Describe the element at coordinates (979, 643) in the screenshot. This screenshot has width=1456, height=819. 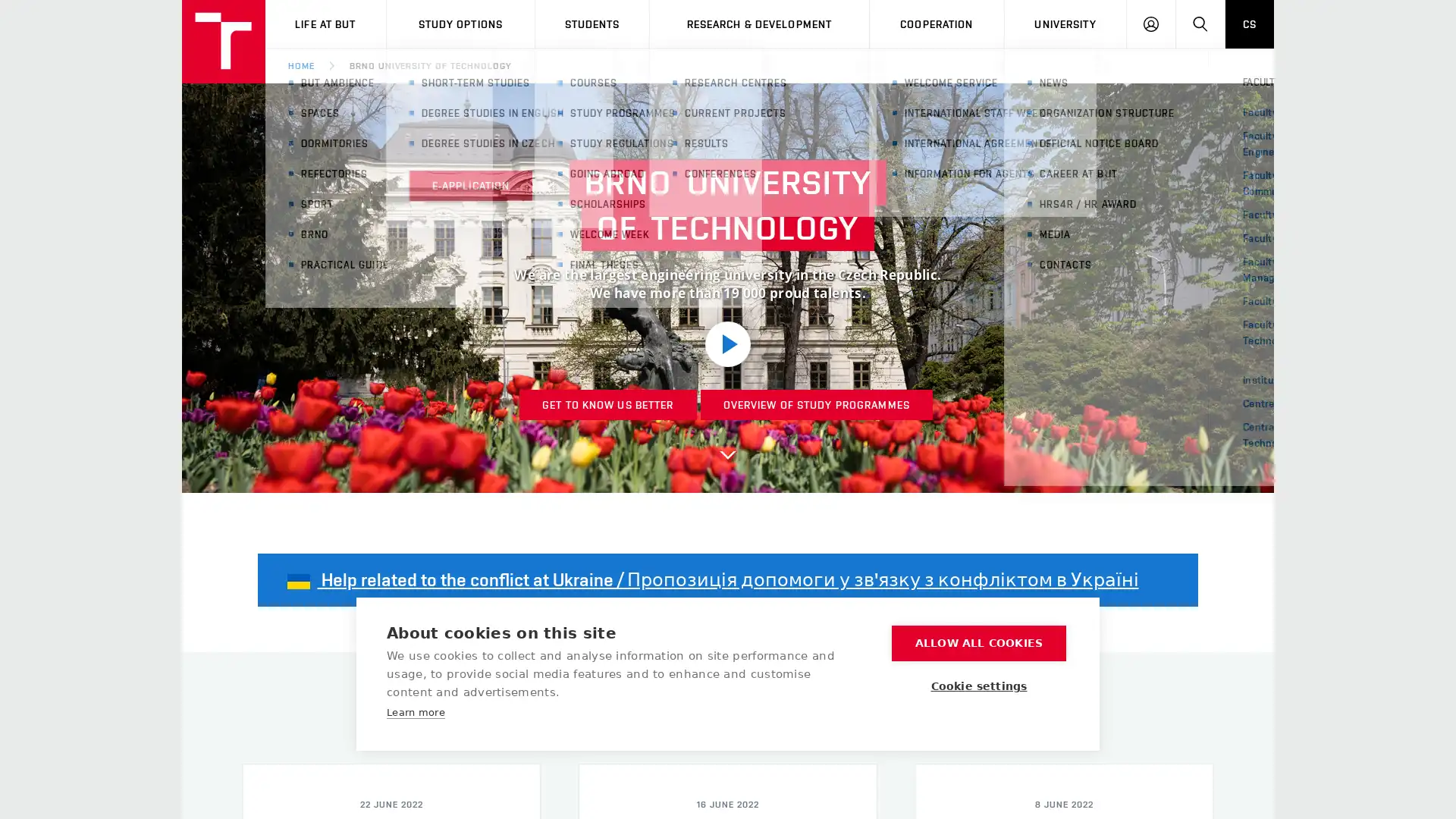
I see `ALLOW ALL COOKIES` at that location.